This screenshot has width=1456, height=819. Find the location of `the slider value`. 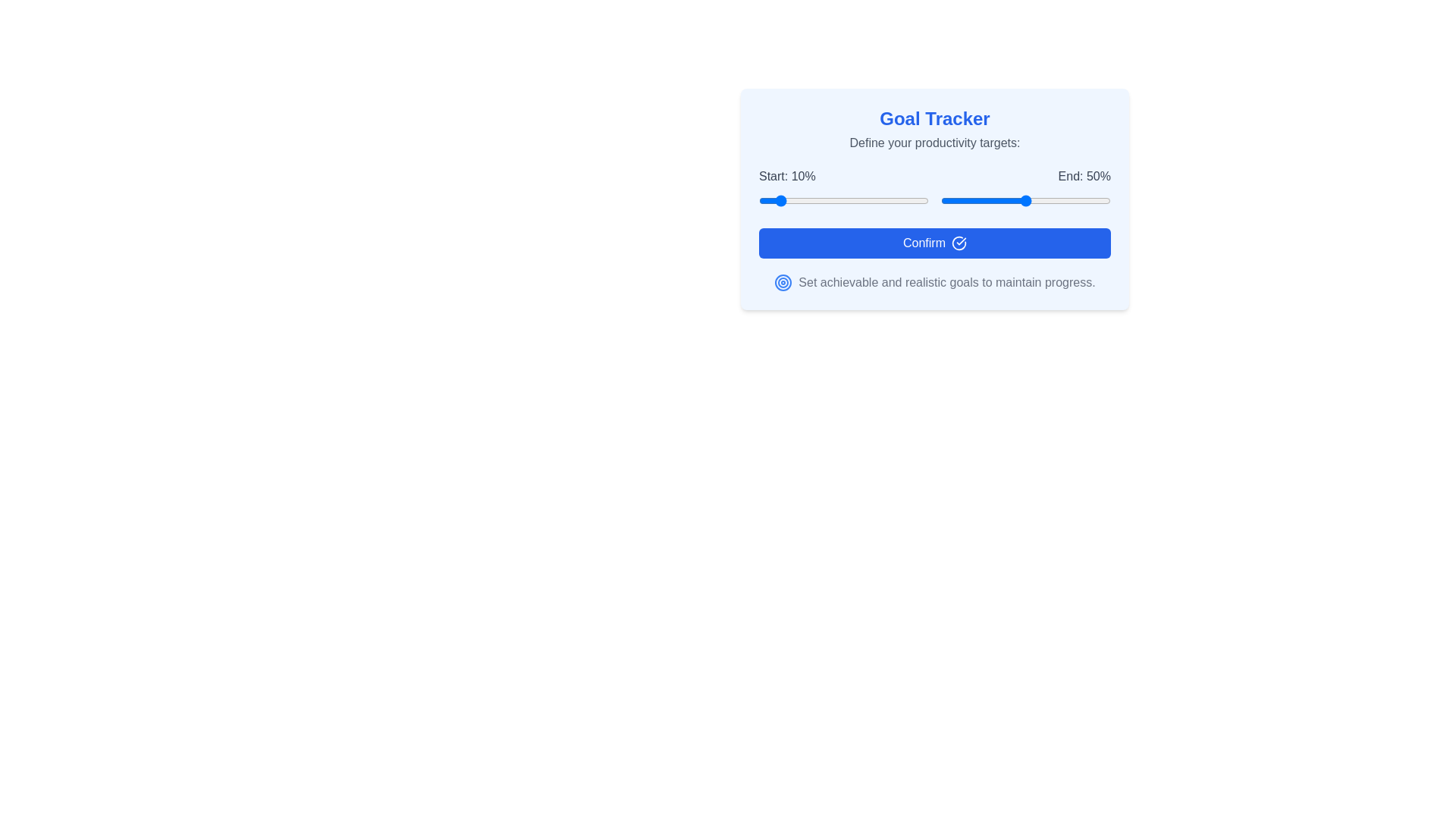

the slider value is located at coordinates (789, 200).